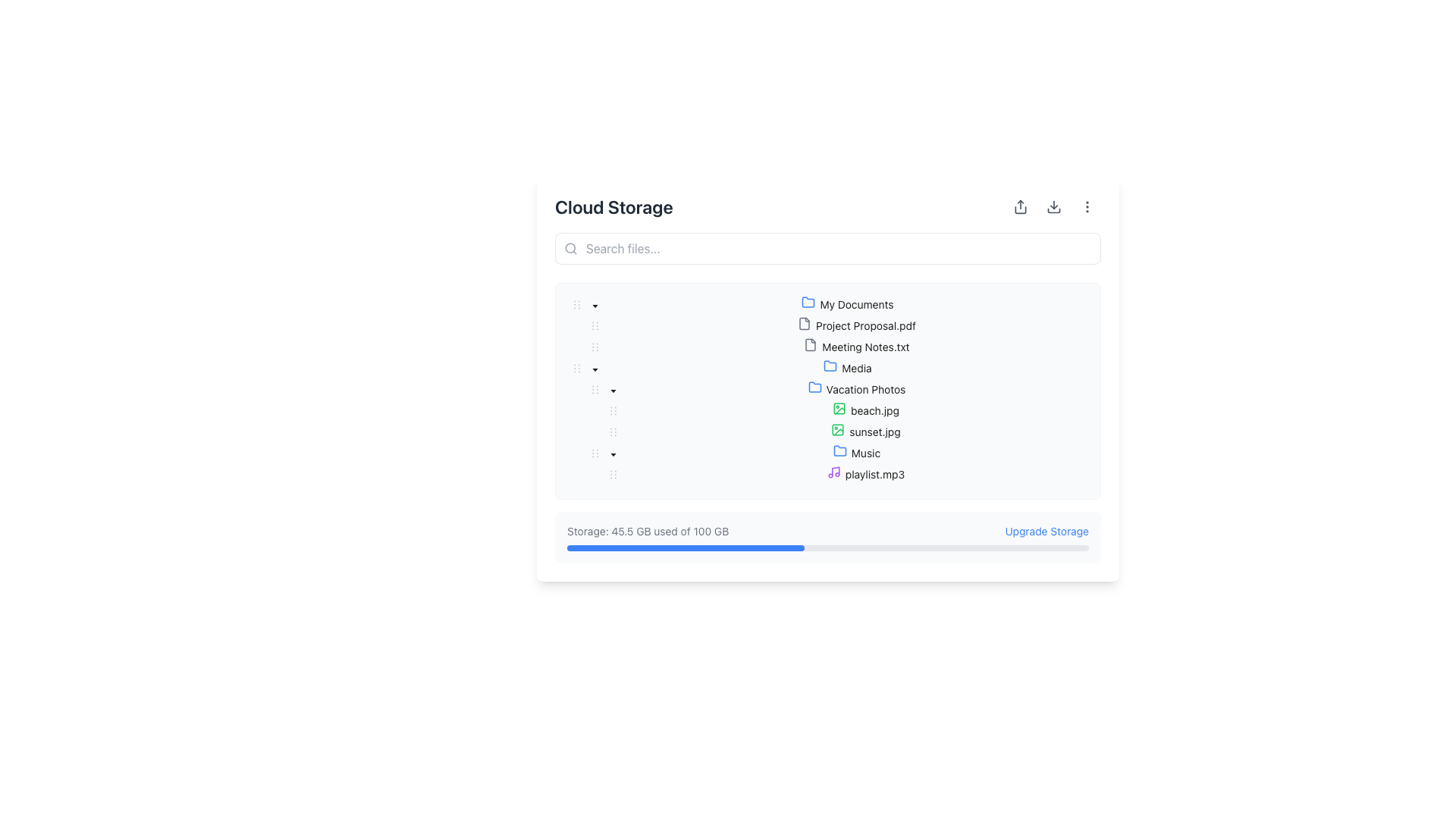 This screenshot has width=1456, height=819. I want to click on the Tree indentation marker located before the expandable folder labeled 'Vacation Photos' in the file system sidebar, so click(576, 388).